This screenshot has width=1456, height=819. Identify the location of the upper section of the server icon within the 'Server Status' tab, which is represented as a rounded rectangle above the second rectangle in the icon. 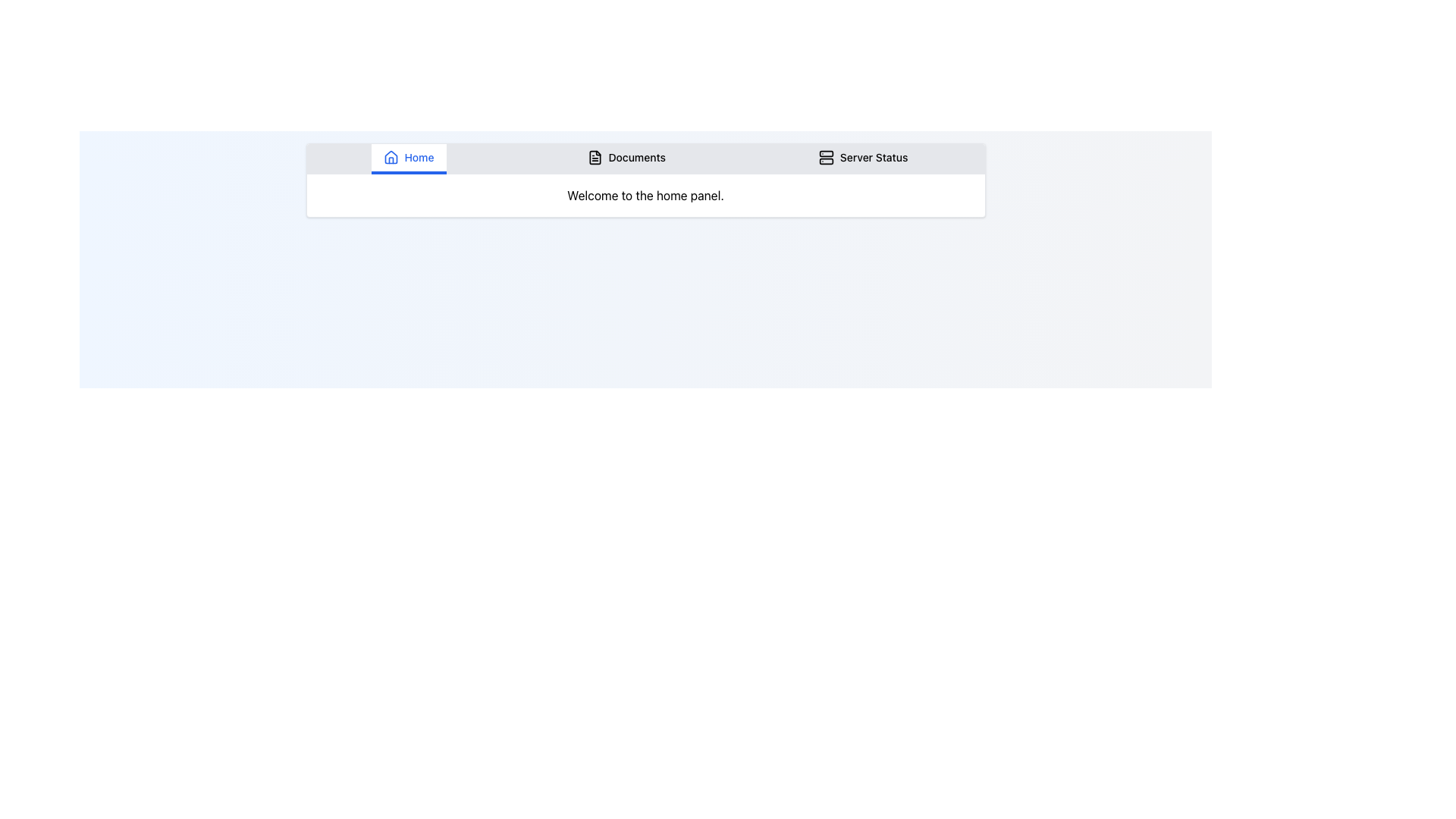
(825, 154).